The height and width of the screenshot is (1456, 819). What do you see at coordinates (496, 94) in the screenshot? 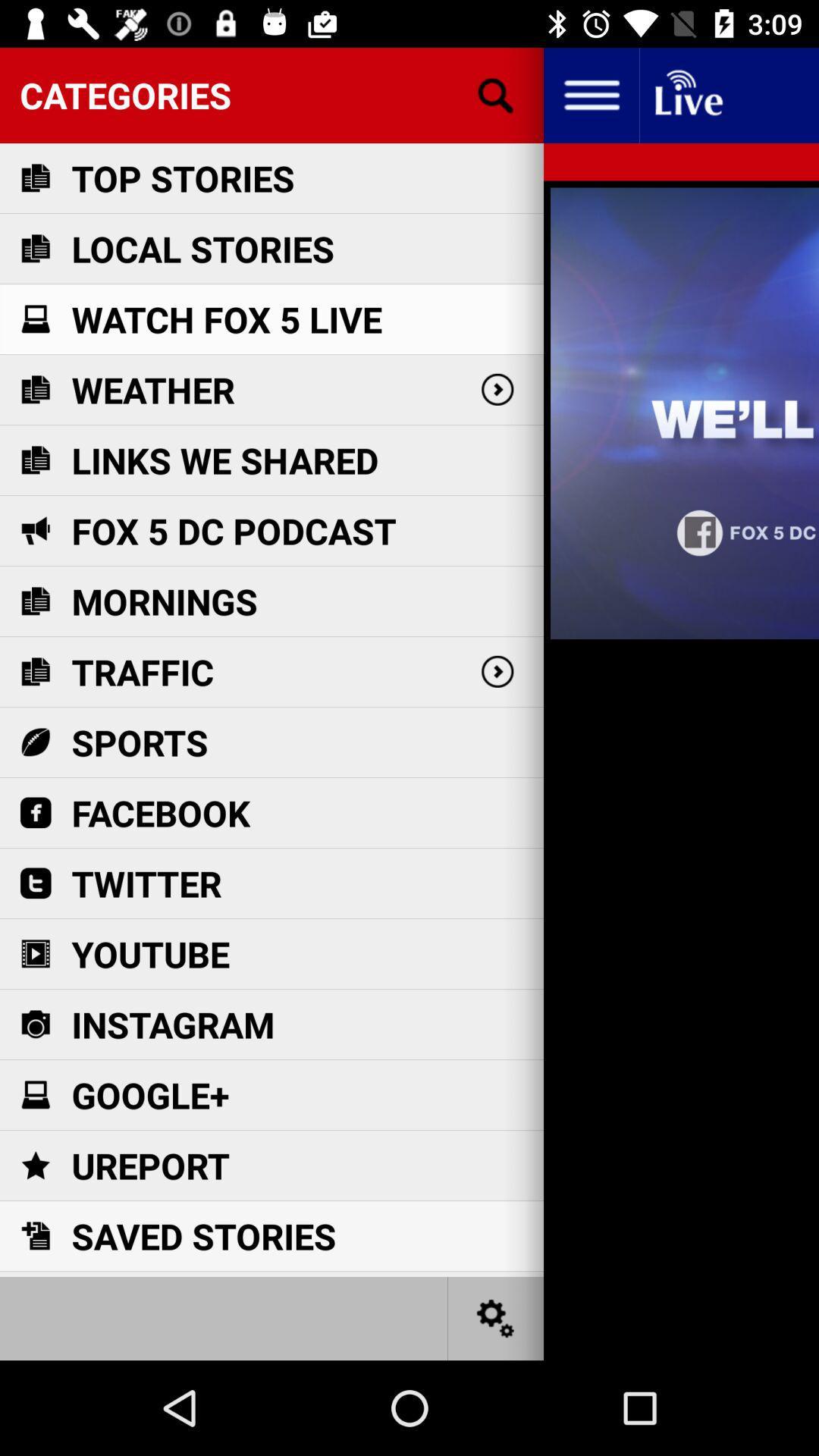
I see `make searching on categories` at bounding box center [496, 94].